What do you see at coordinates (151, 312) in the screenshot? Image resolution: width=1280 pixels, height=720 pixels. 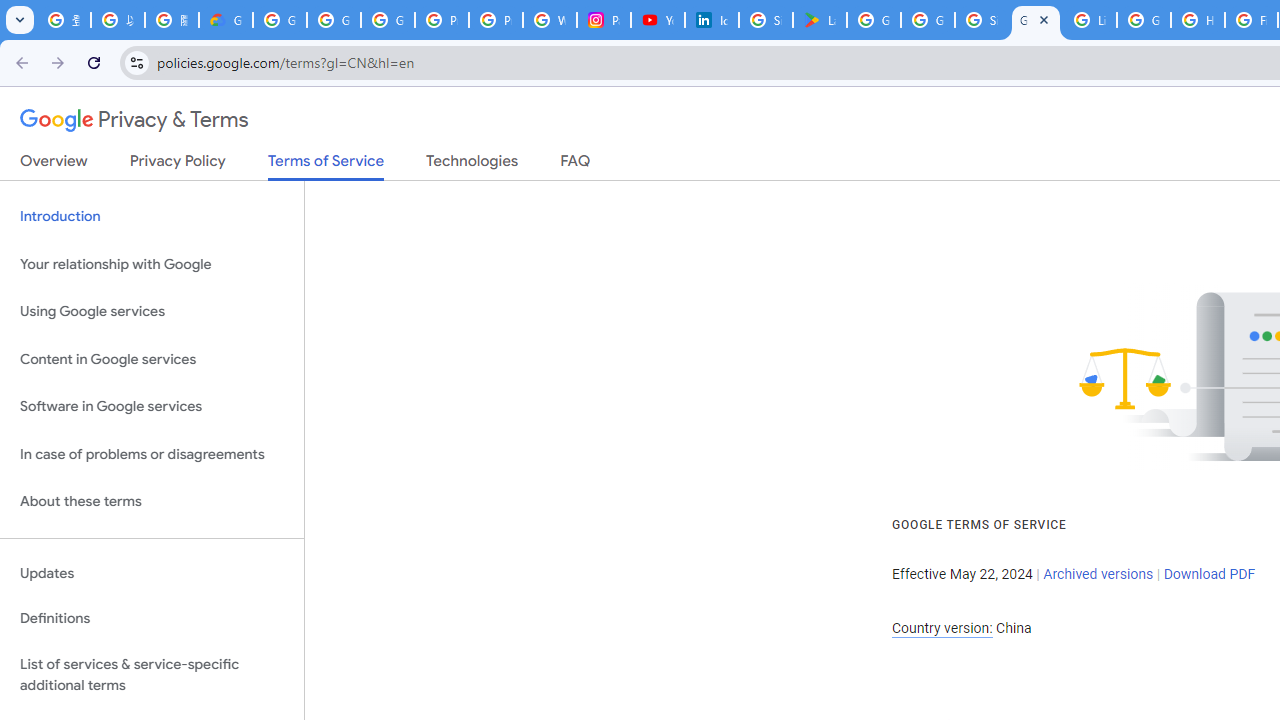 I see `'Using Google services'` at bounding box center [151, 312].